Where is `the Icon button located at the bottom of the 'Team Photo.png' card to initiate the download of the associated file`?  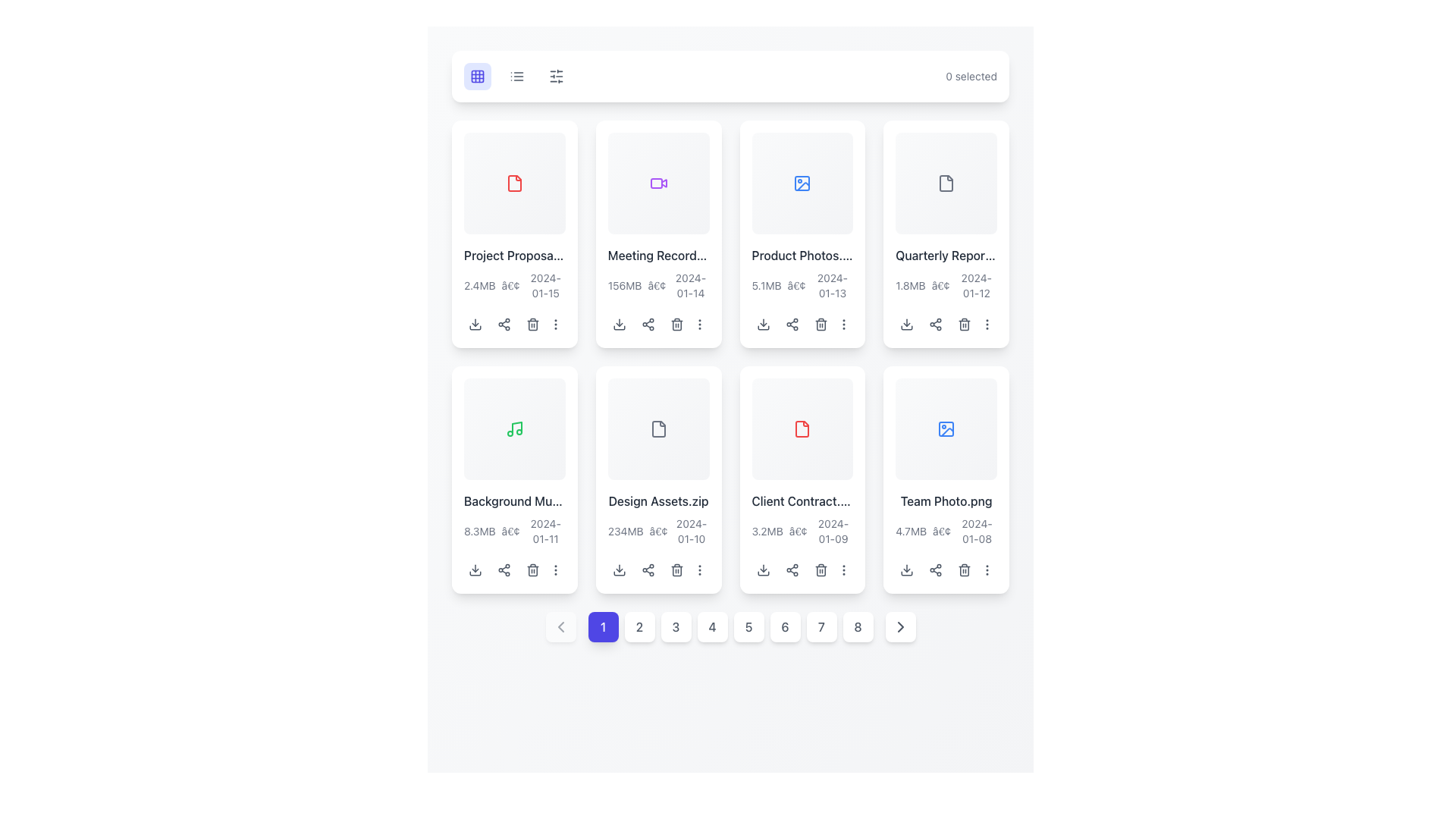
the Icon button located at the bottom of the 'Team Photo.png' card to initiate the download of the associated file is located at coordinates (907, 570).